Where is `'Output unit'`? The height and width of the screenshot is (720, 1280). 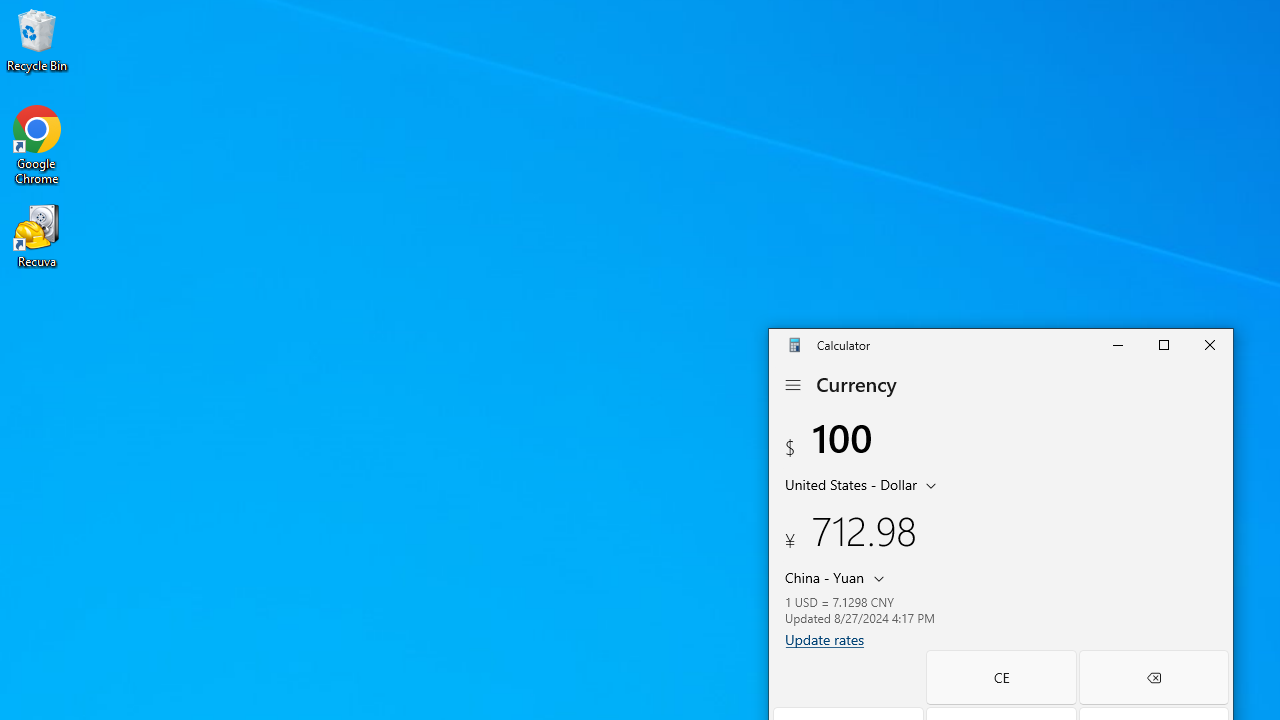 'Output unit' is located at coordinates (839, 577).